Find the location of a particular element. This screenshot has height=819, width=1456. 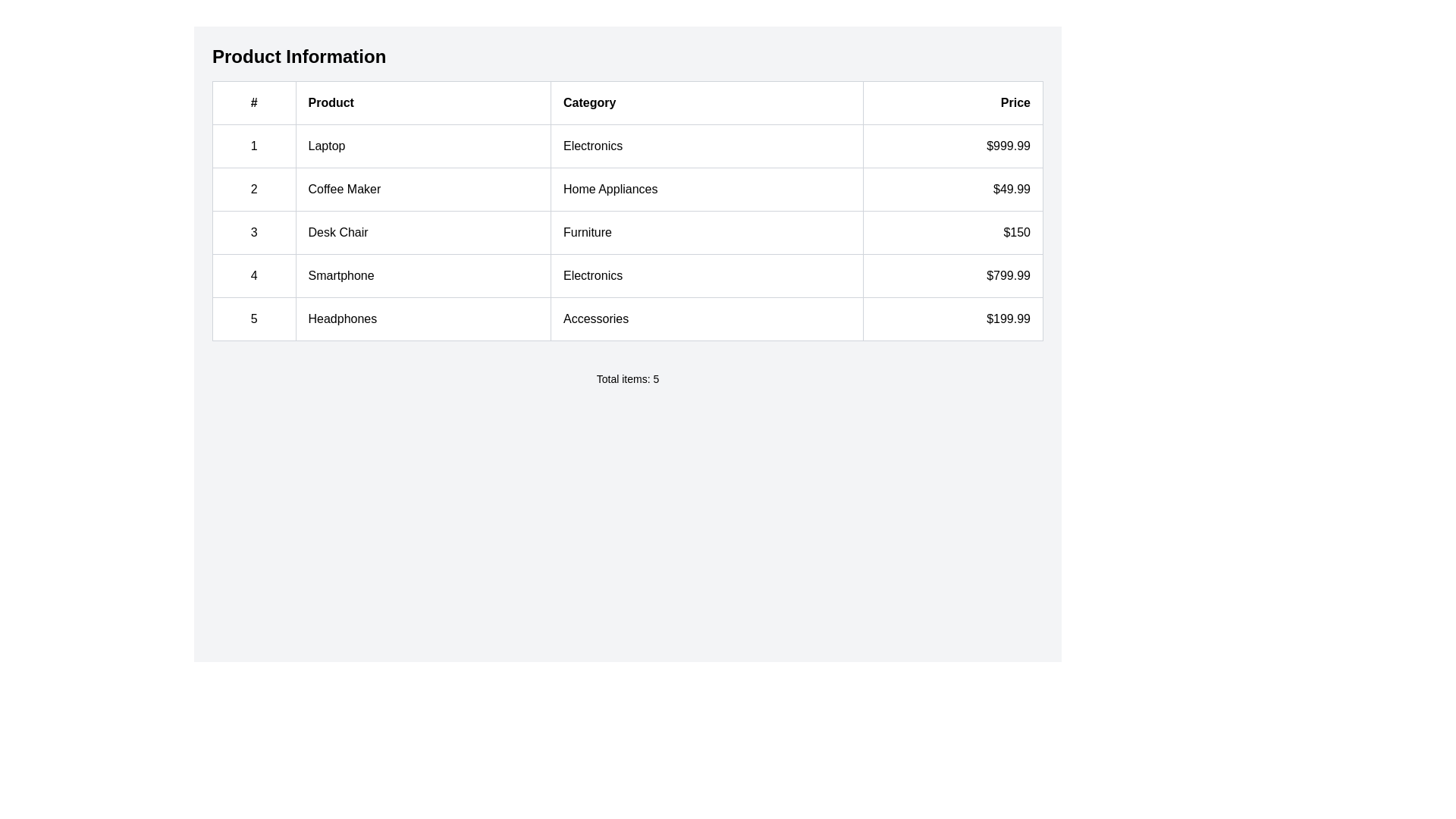

the numeric label displaying '1' that is located in the first column of the first row in the table, immediately left of the text 'Laptop' is located at coordinates (254, 146).